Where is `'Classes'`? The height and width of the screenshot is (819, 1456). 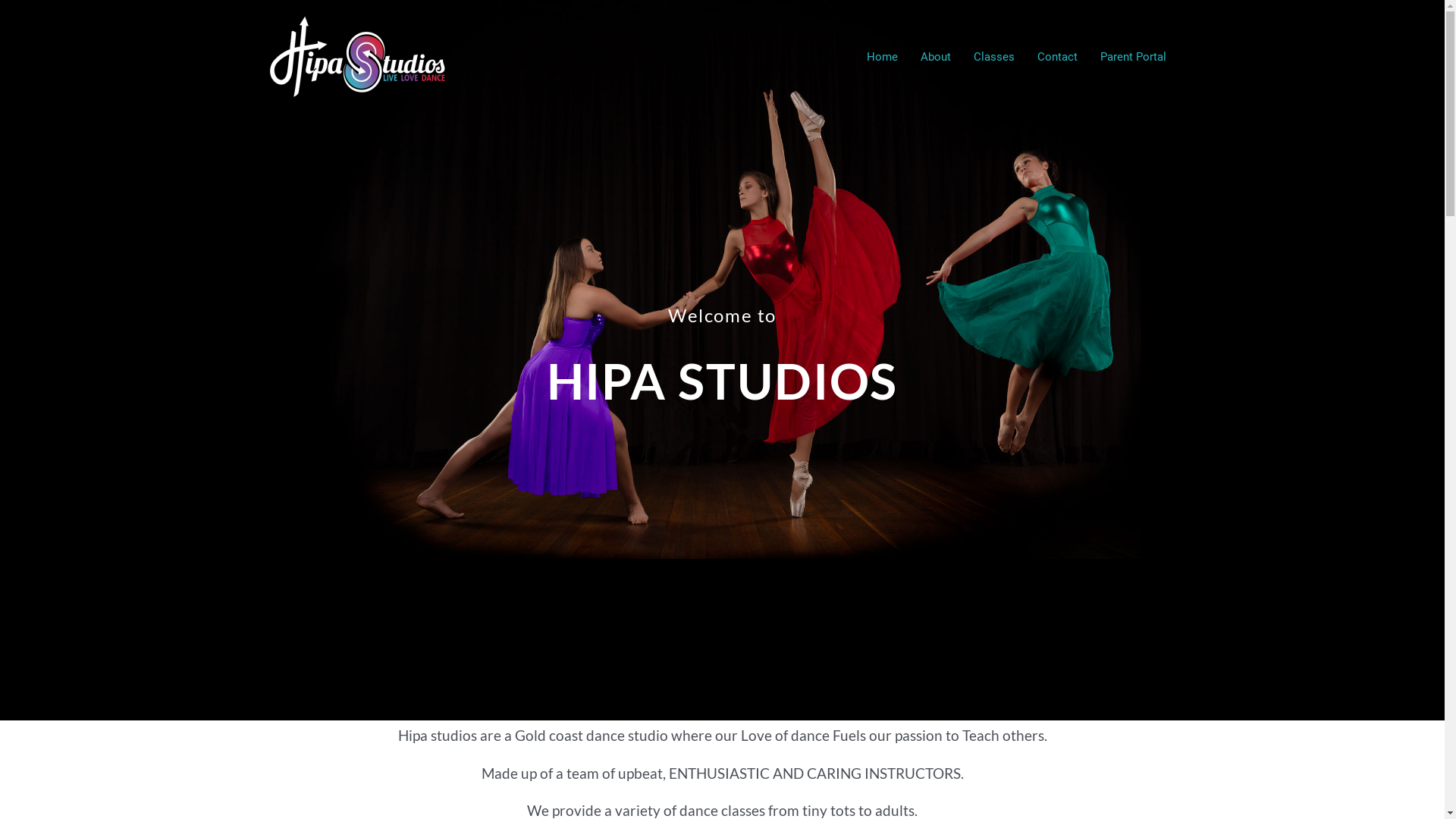 'Classes' is located at coordinates (993, 55).